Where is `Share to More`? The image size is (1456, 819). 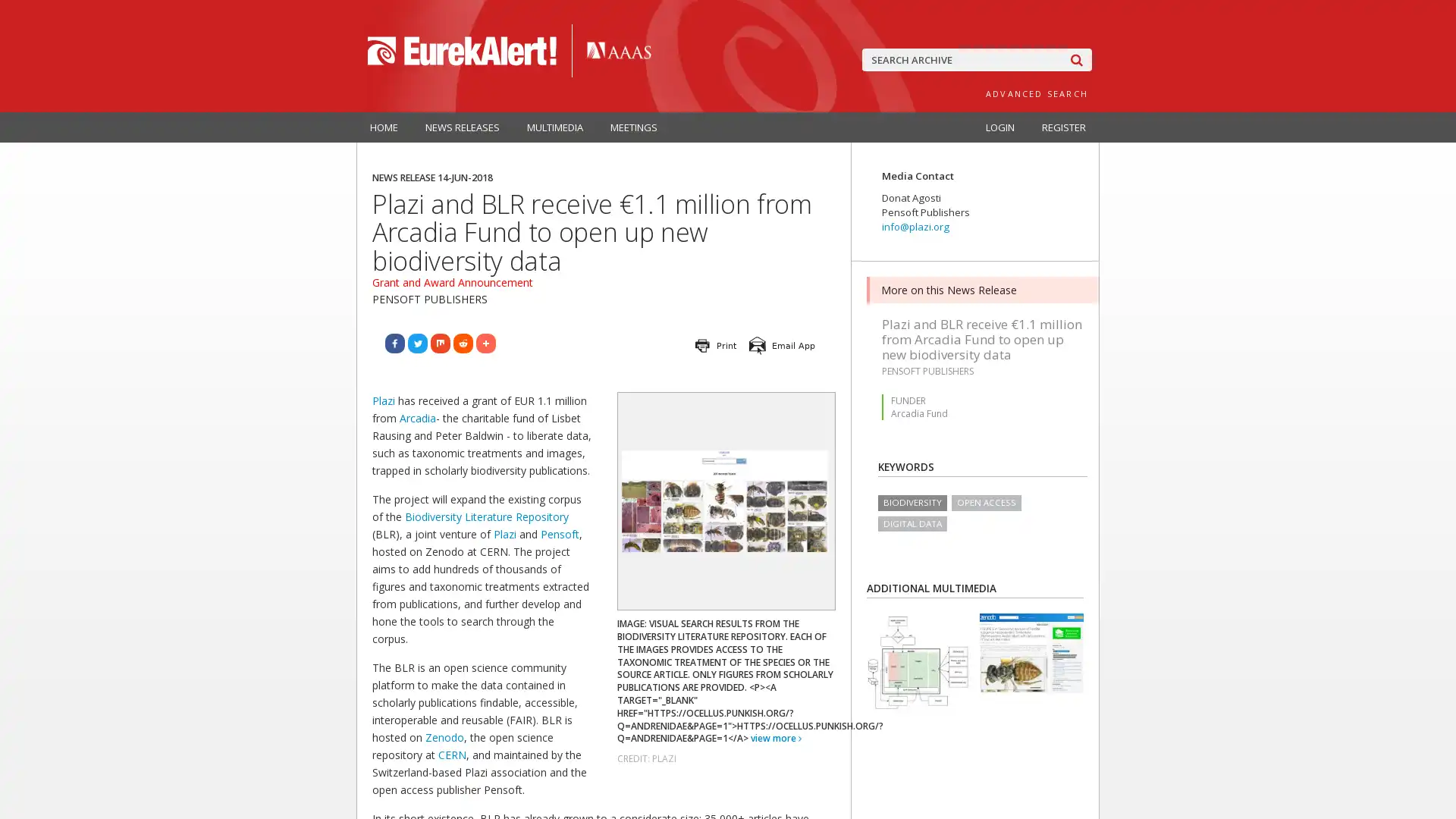 Share to More is located at coordinates (486, 343).